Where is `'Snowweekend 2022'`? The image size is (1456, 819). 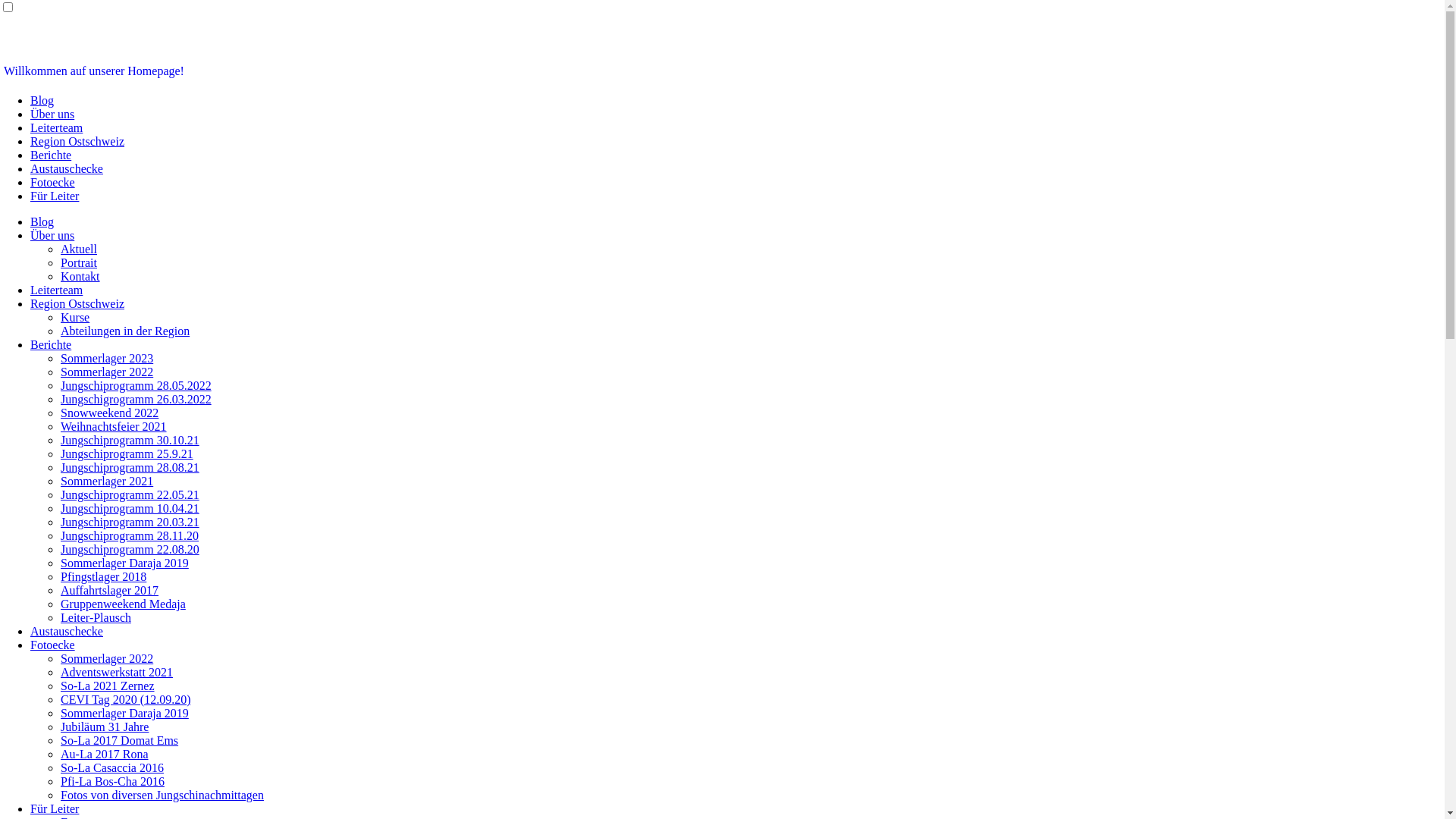 'Snowweekend 2022' is located at coordinates (61, 413).